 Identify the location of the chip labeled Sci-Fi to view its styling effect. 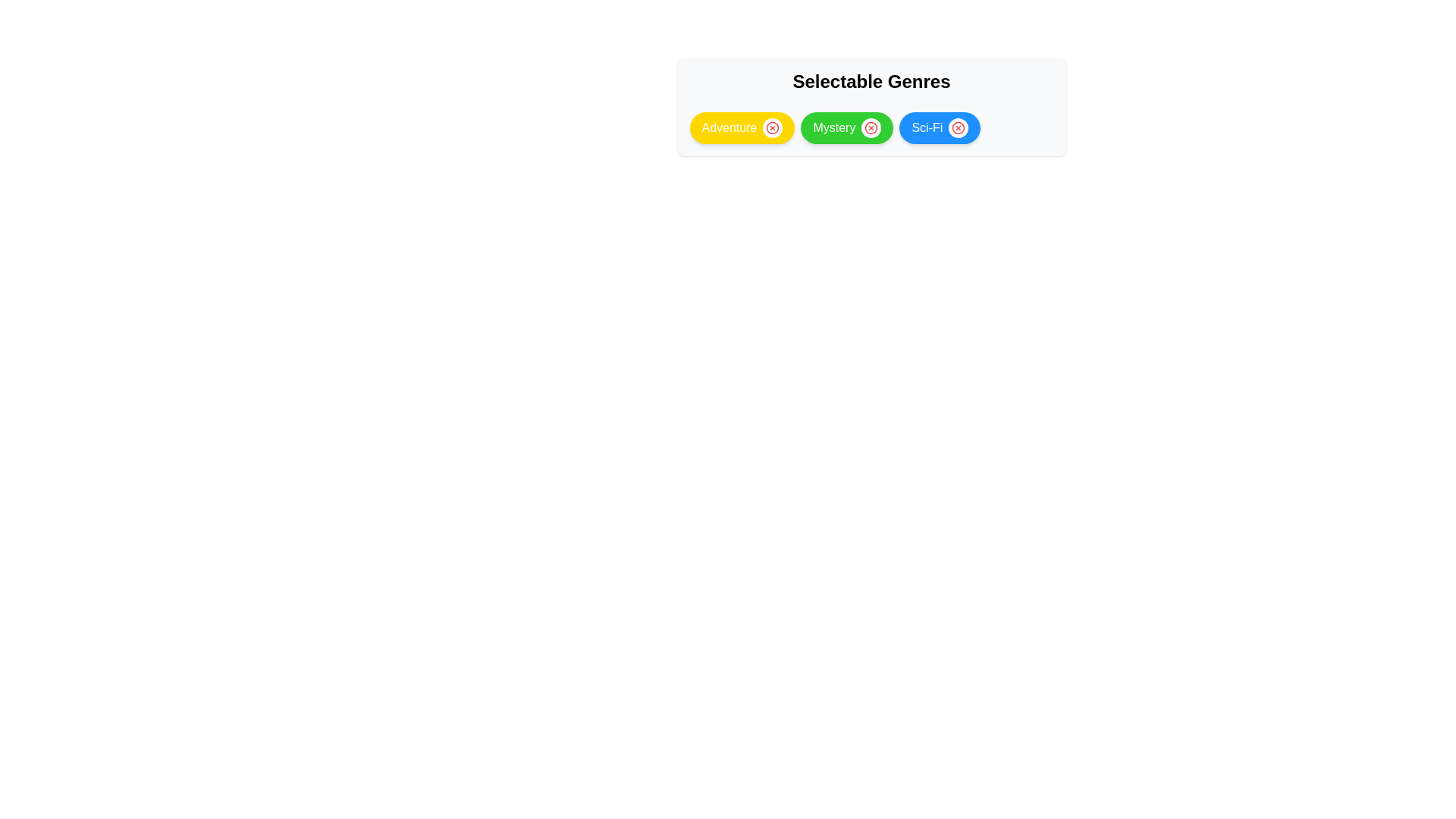
(939, 127).